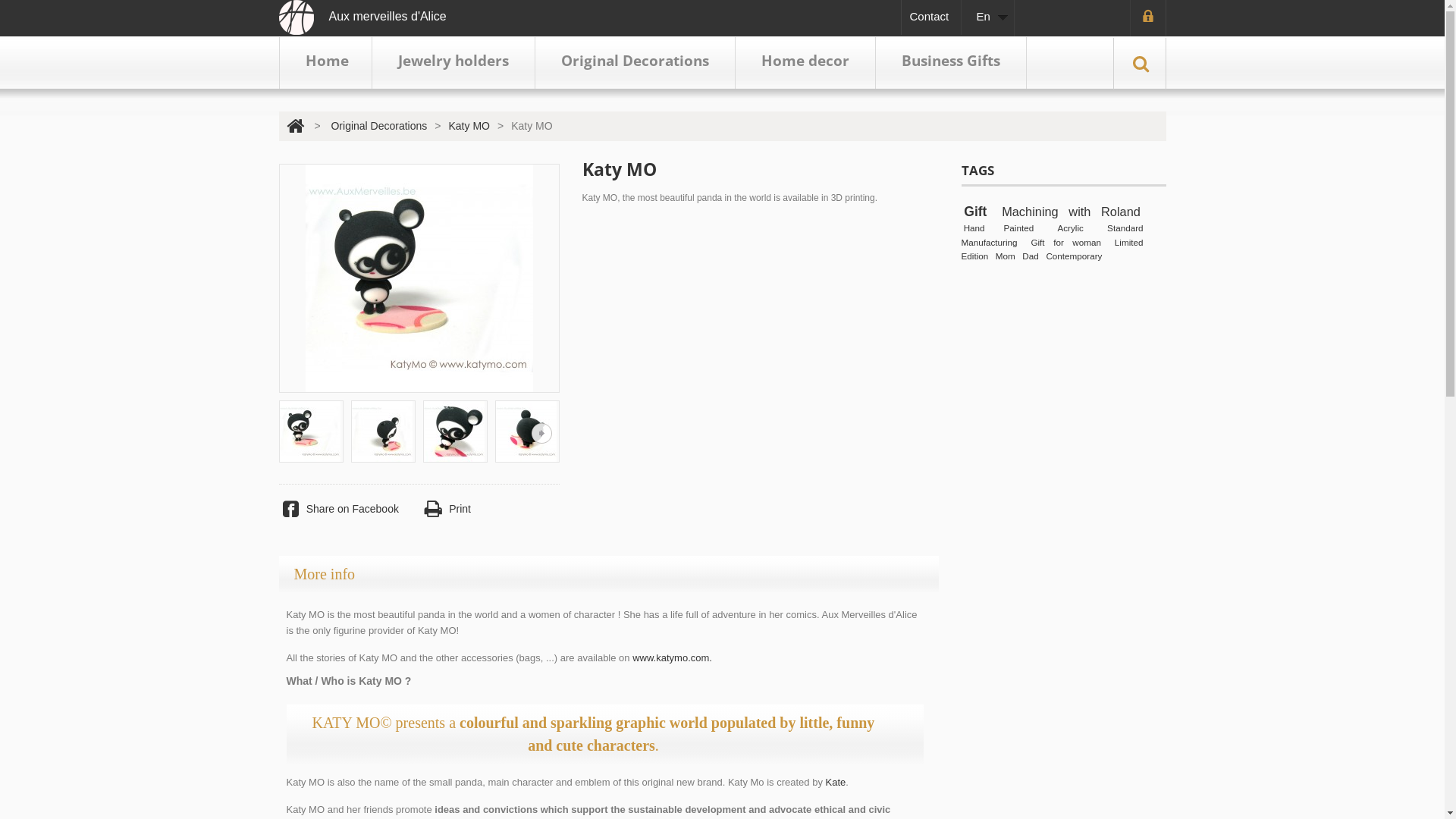 Image resolution: width=1456 pixels, height=819 pixels. I want to click on 'Original Decorations', so click(378, 124).